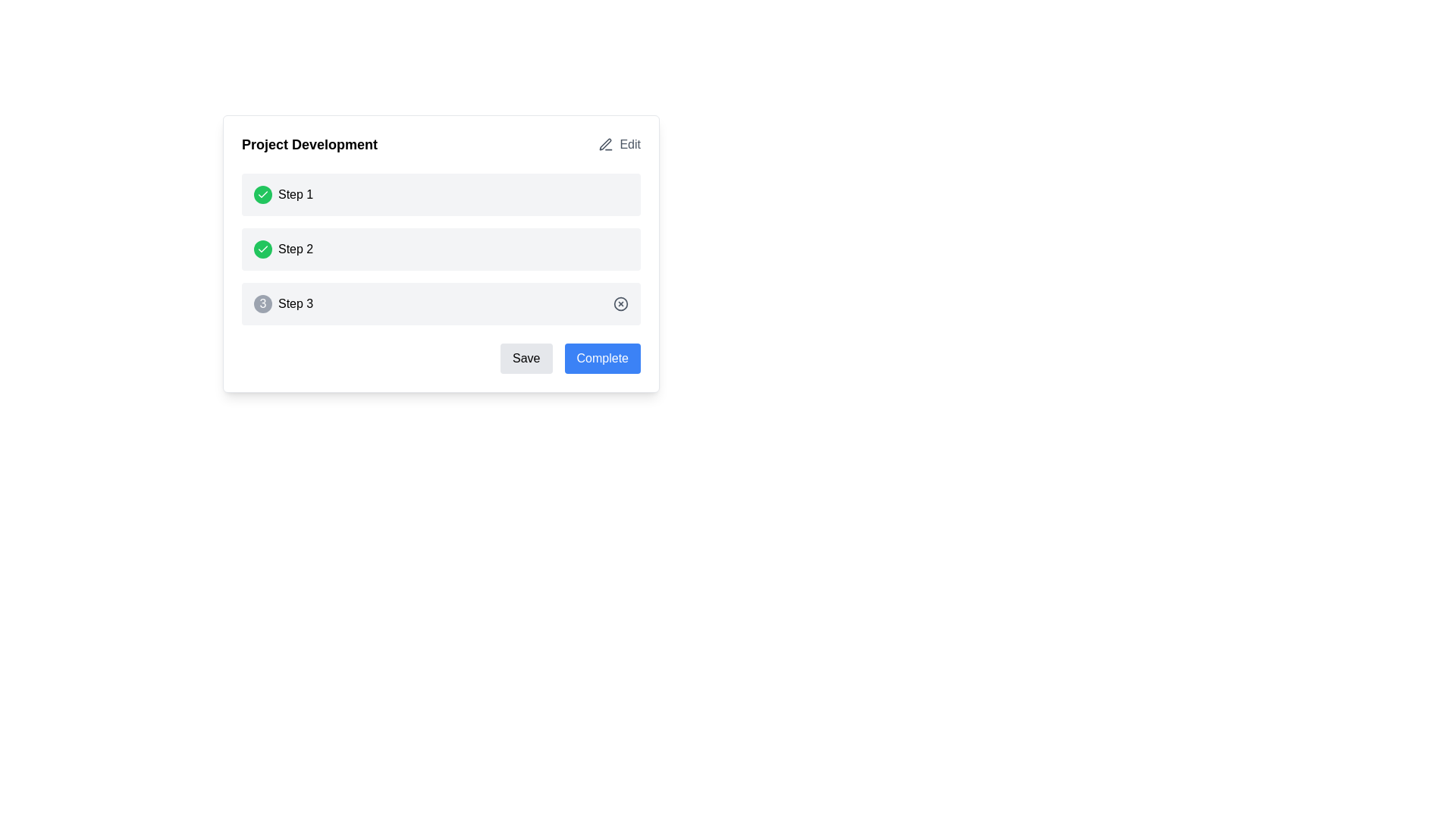  Describe the element at coordinates (526, 359) in the screenshot. I see `the leftmost save button located in the bottom-right section of the panel` at that location.